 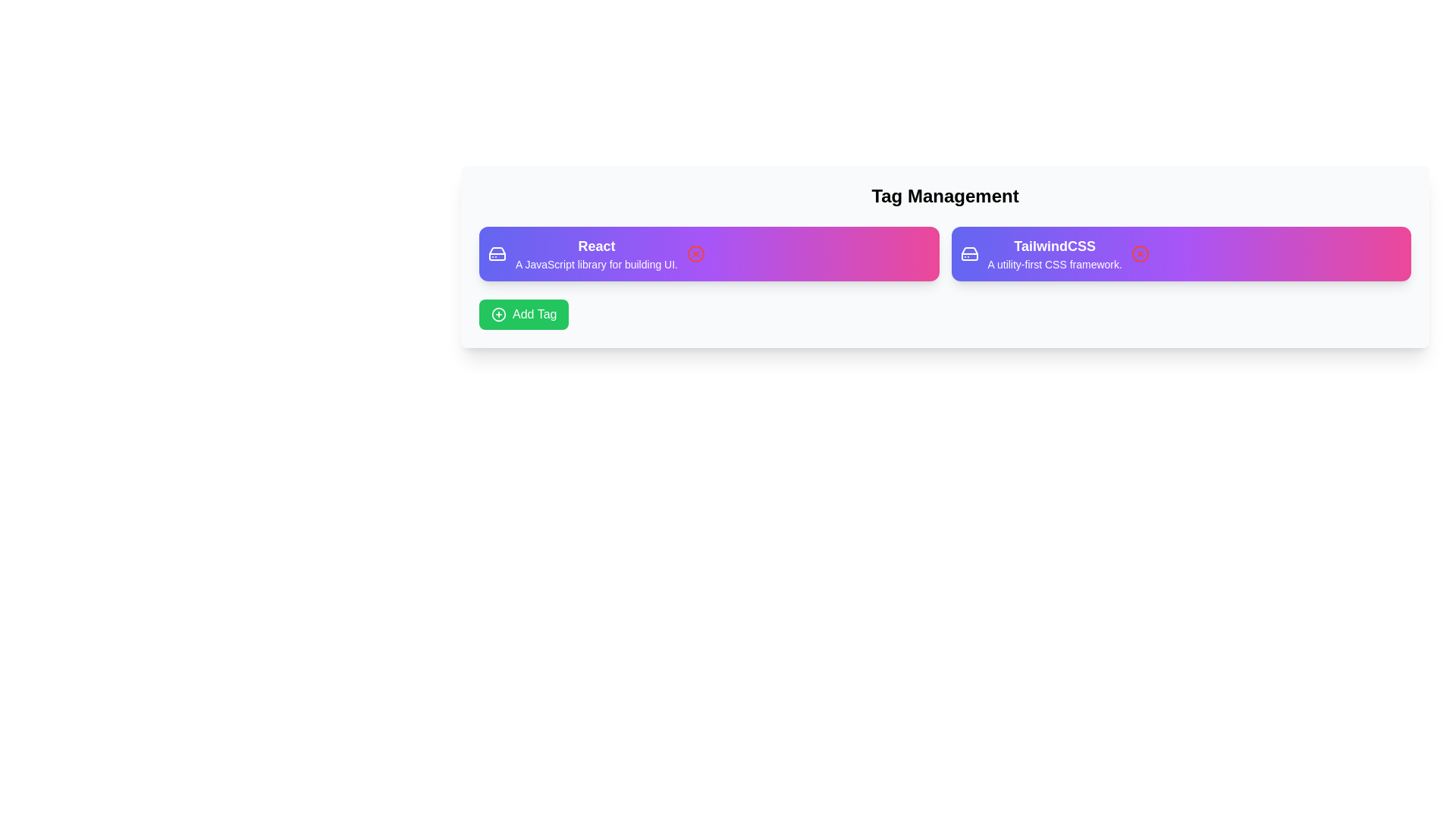 What do you see at coordinates (1140, 253) in the screenshot?
I see `the close button located at the top-right corner of the 'TailwindCSS' card` at bounding box center [1140, 253].